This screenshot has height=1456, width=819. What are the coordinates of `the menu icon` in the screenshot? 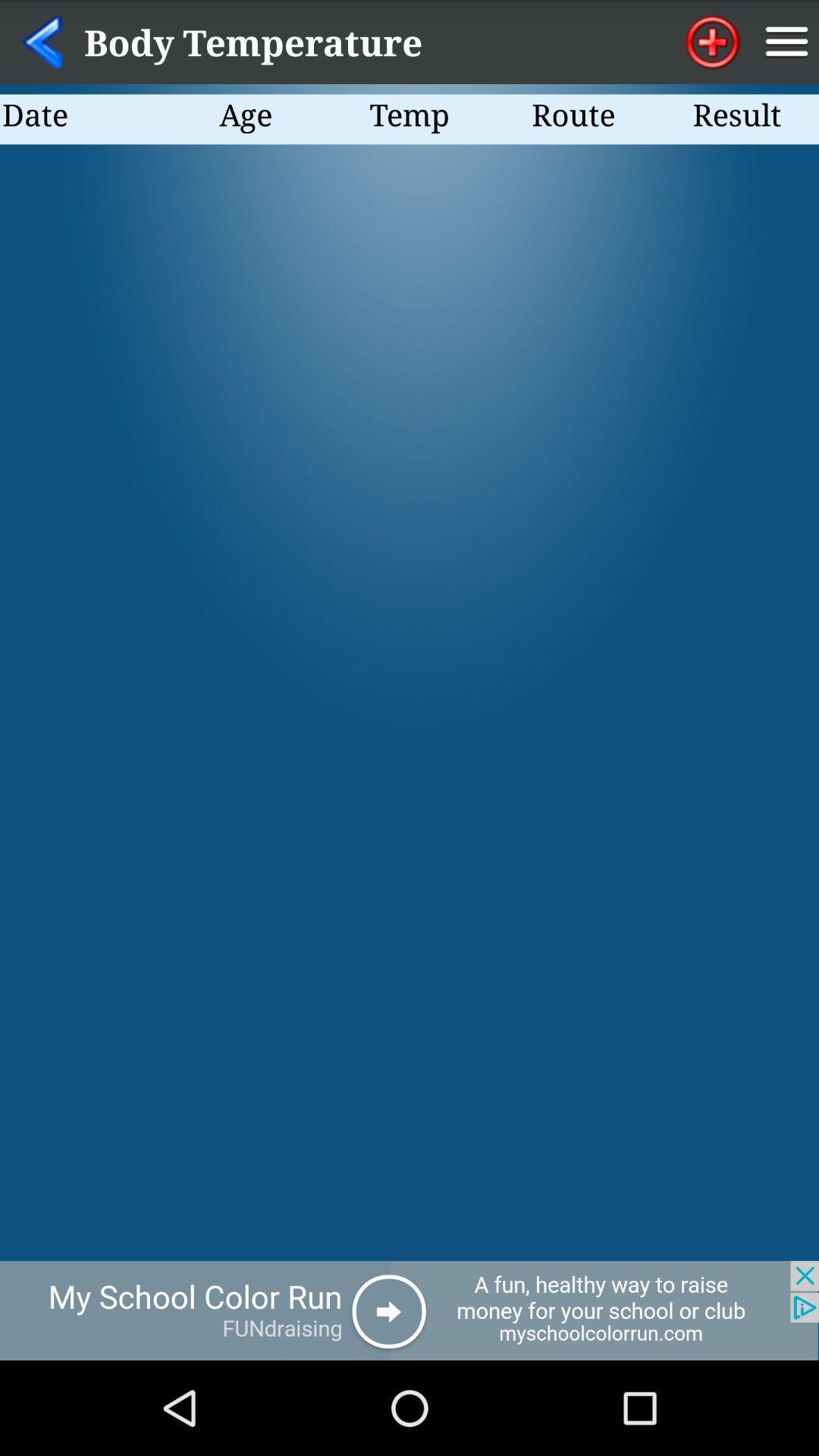 It's located at (786, 45).